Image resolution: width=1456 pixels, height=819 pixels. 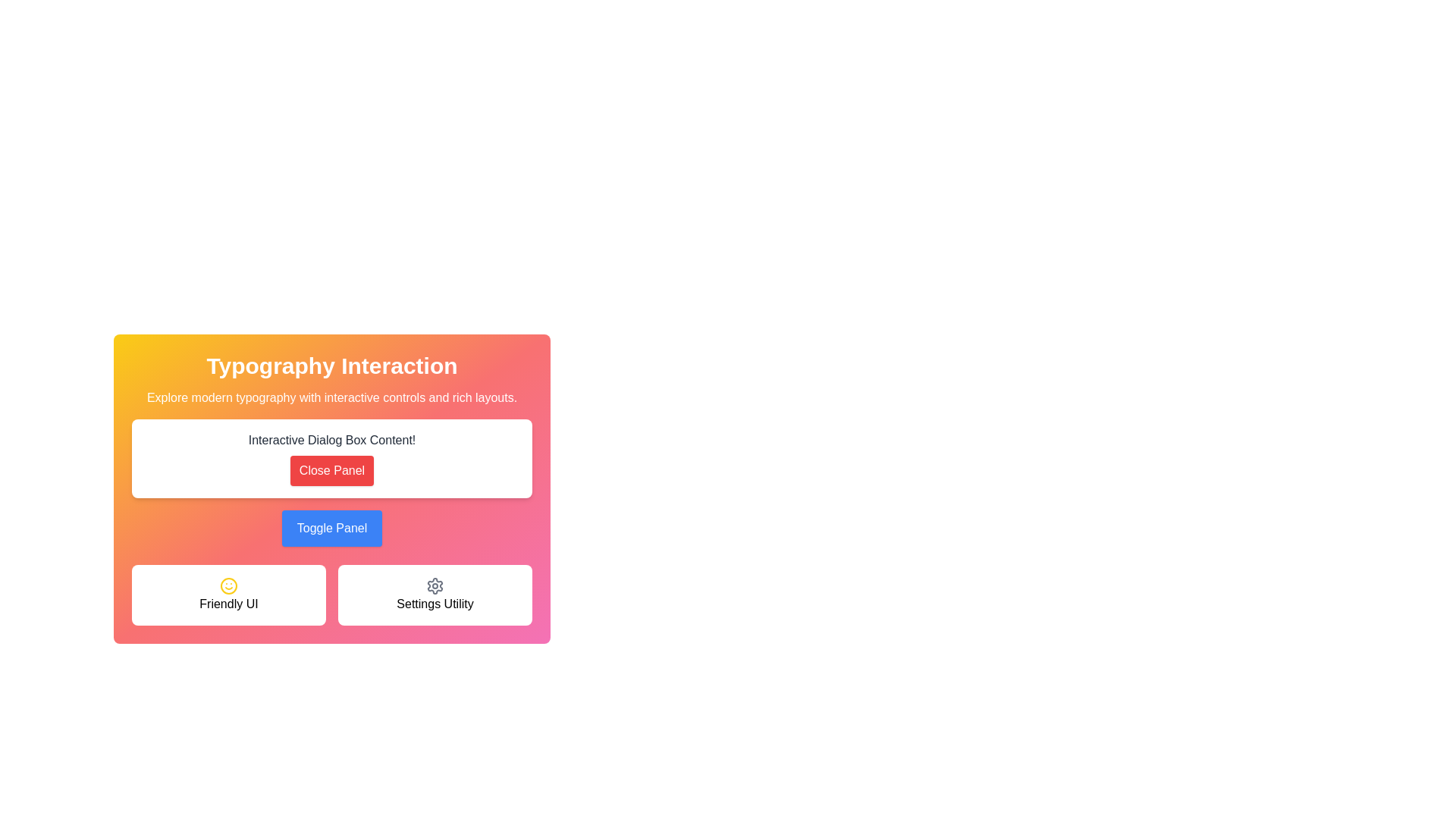 What do you see at coordinates (435, 595) in the screenshot?
I see `the settings button located at the bottom right of the two-button grid layout` at bounding box center [435, 595].